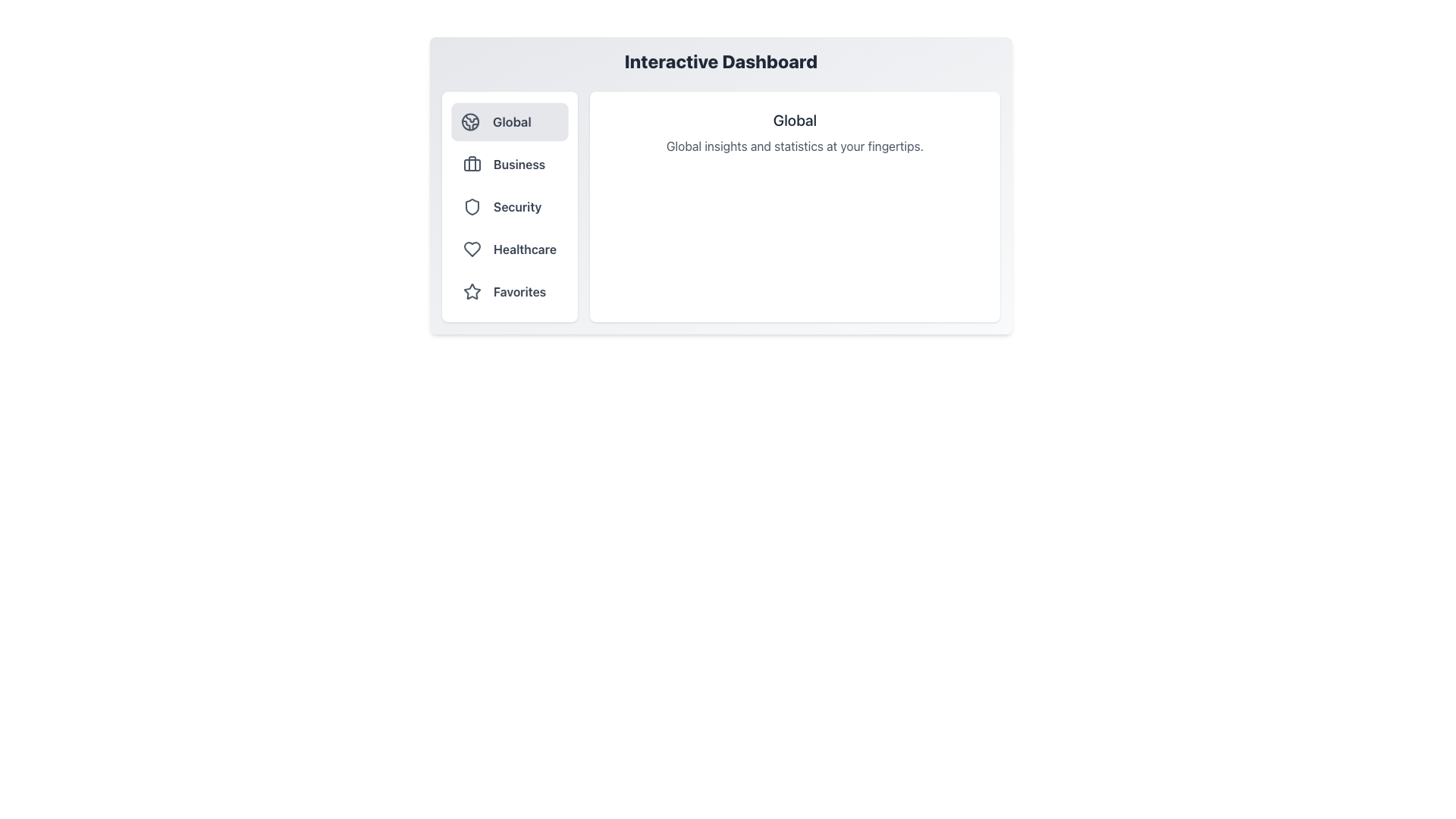 The width and height of the screenshot is (1456, 819). What do you see at coordinates (472, 207) in the screenshot?
I see `the 'Security' icon in the sidebar menu, which is the third item in the navigation list, positioned between the 'Business' icon above and the 'Healthcare' icon below` at bounding box center [472, 207].